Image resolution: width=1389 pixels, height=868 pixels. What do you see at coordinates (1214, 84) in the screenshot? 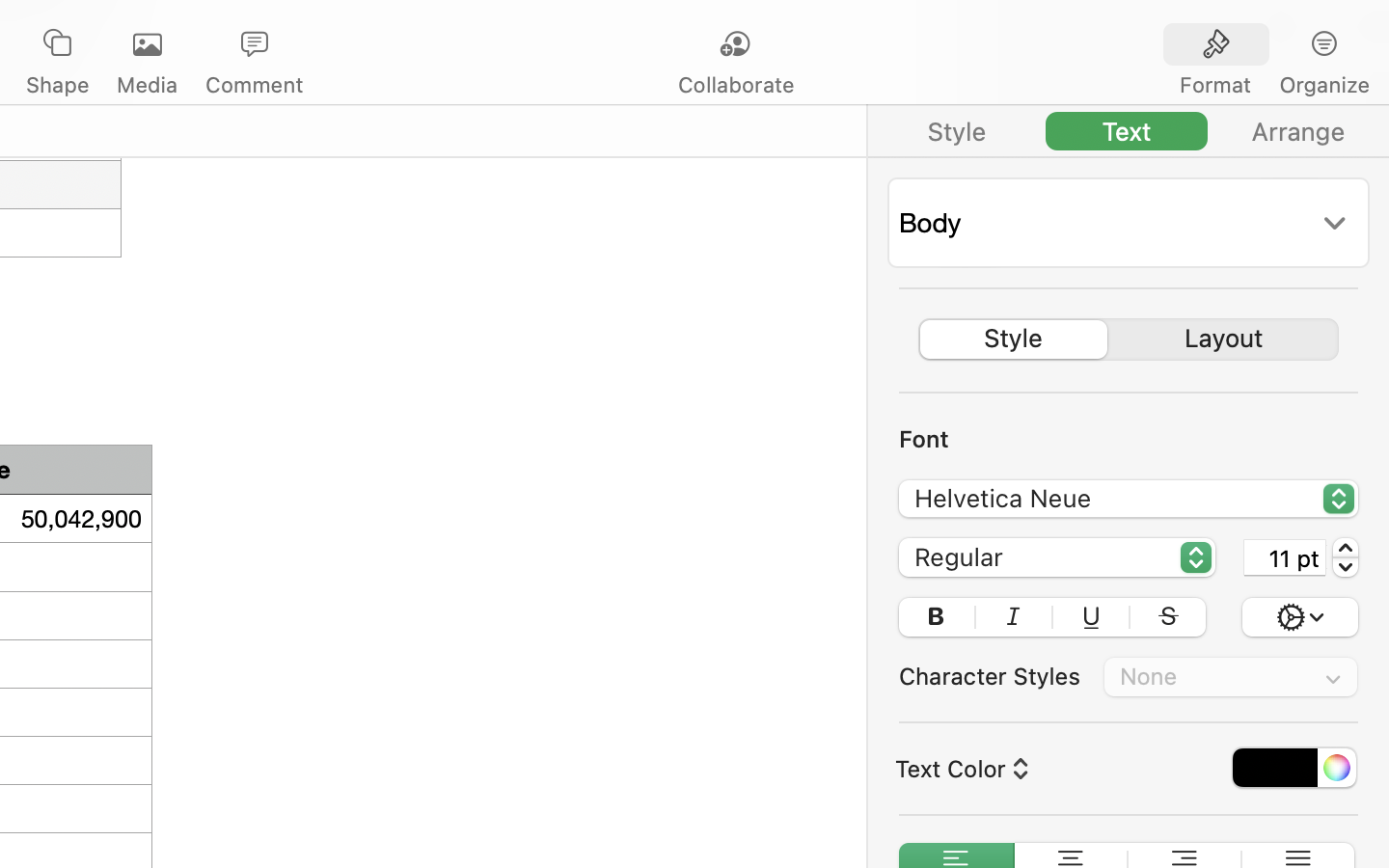
I see `'Format'` at bounding box center [1214, 84].